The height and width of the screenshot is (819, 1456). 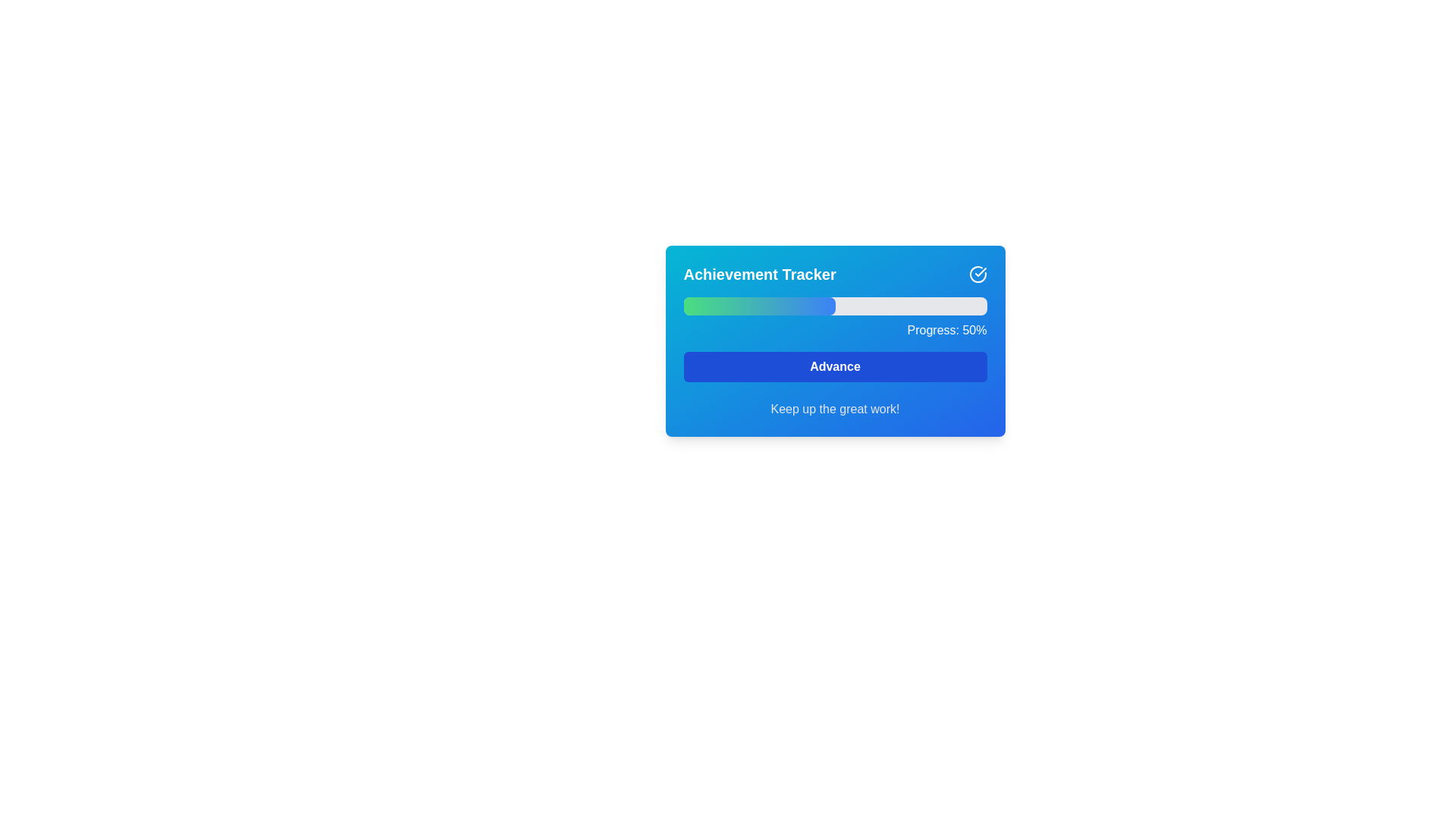 I want to click on the progress bar located in the 'Achievement Tracker' card, which has a light gray background and is filled halfway with a green to blue color gradient, indicating 50% completion, so click(x=834, y=306).